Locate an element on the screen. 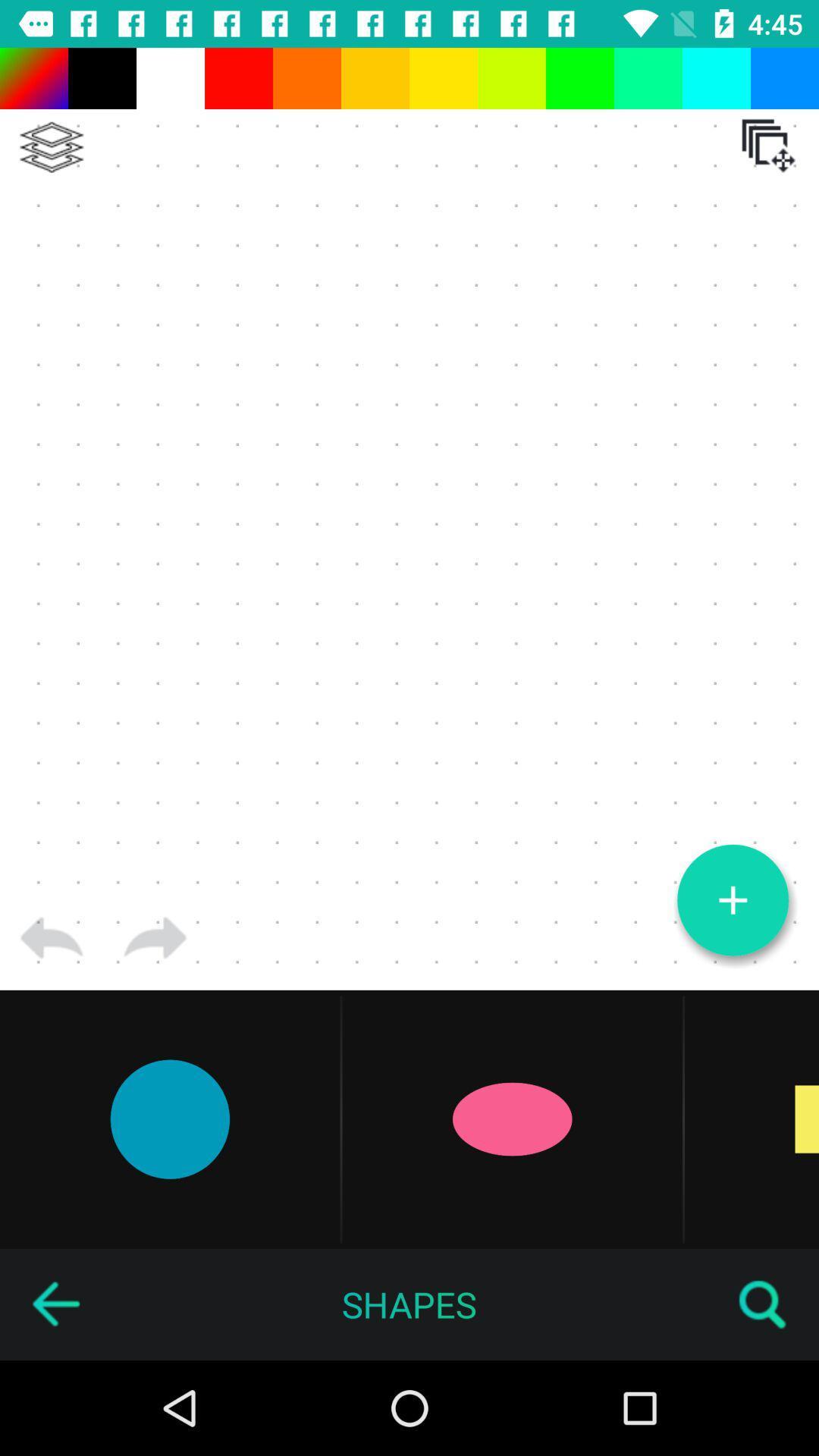 This screenshot has width=819, height=1456. go back is located at coordinates (55, 1304).